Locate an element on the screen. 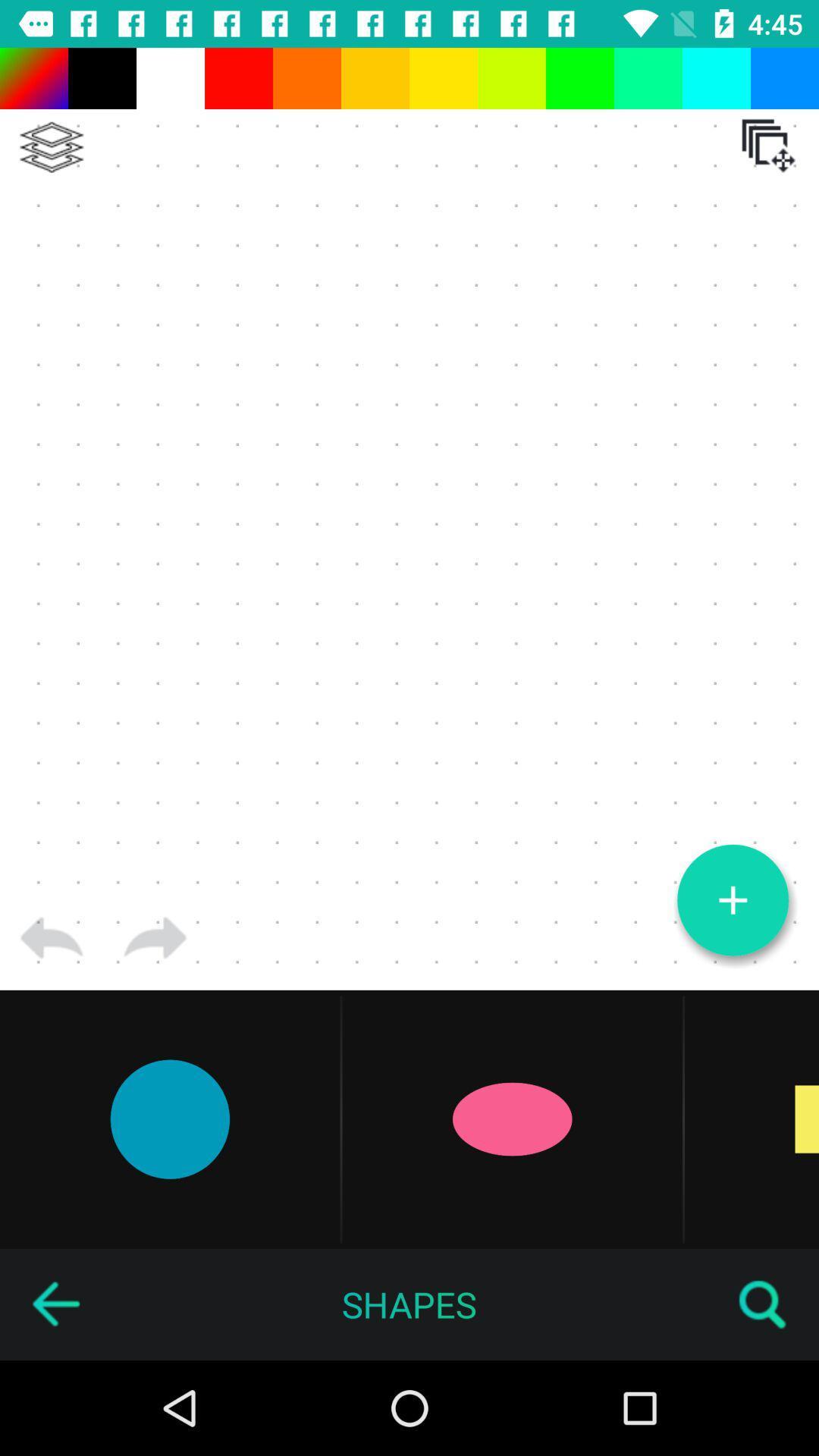 This screenshot has width=819, height=1456. go back is located at coordinates (55, 1304).